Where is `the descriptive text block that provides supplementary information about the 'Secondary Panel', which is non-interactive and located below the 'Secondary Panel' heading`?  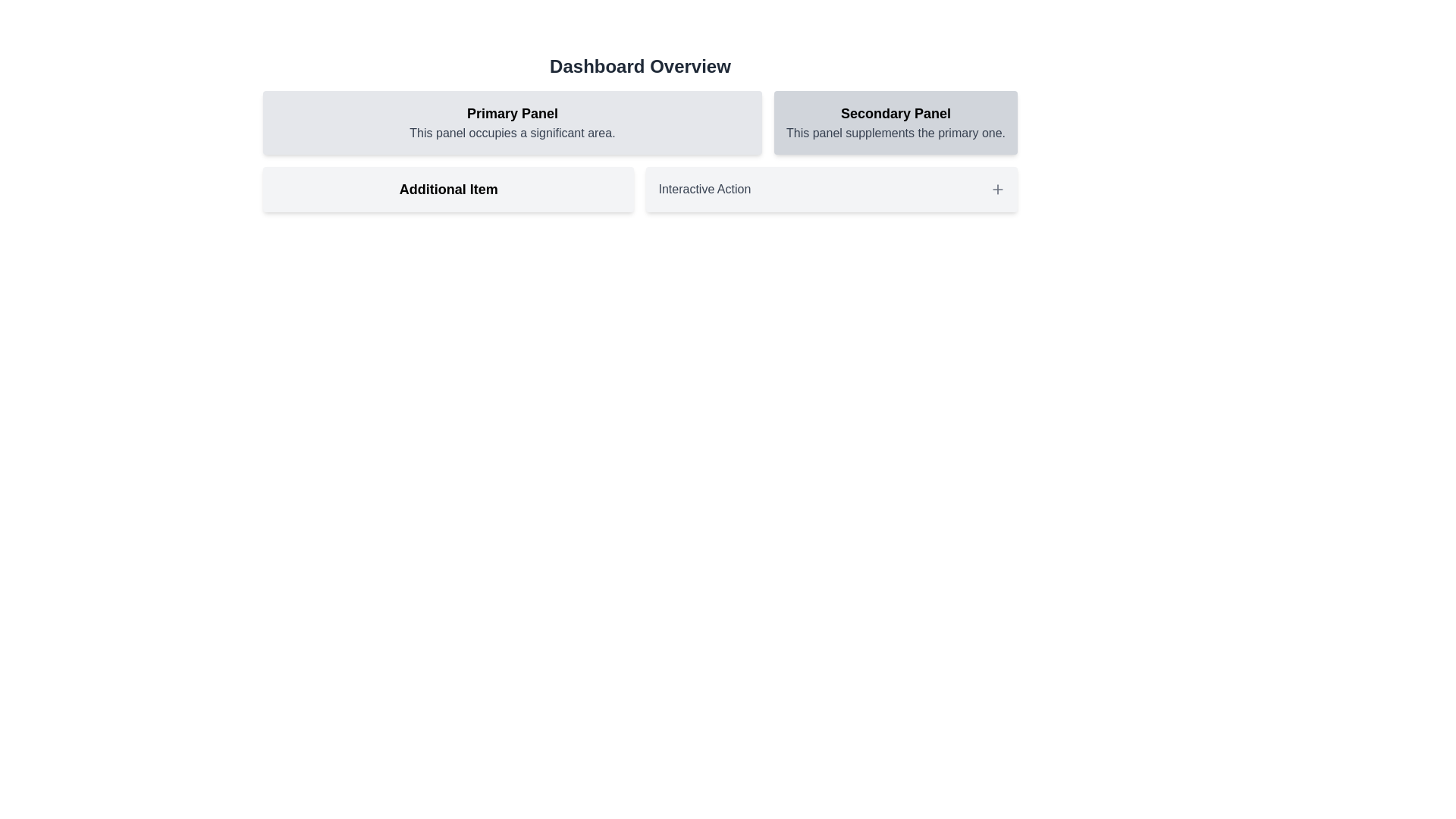
the descriptive text block that provides supplementary information about the 'Secondary Panel', which is non-interactive and located below the 'Secondary Panel' heading is located at coordinates (896, 133).